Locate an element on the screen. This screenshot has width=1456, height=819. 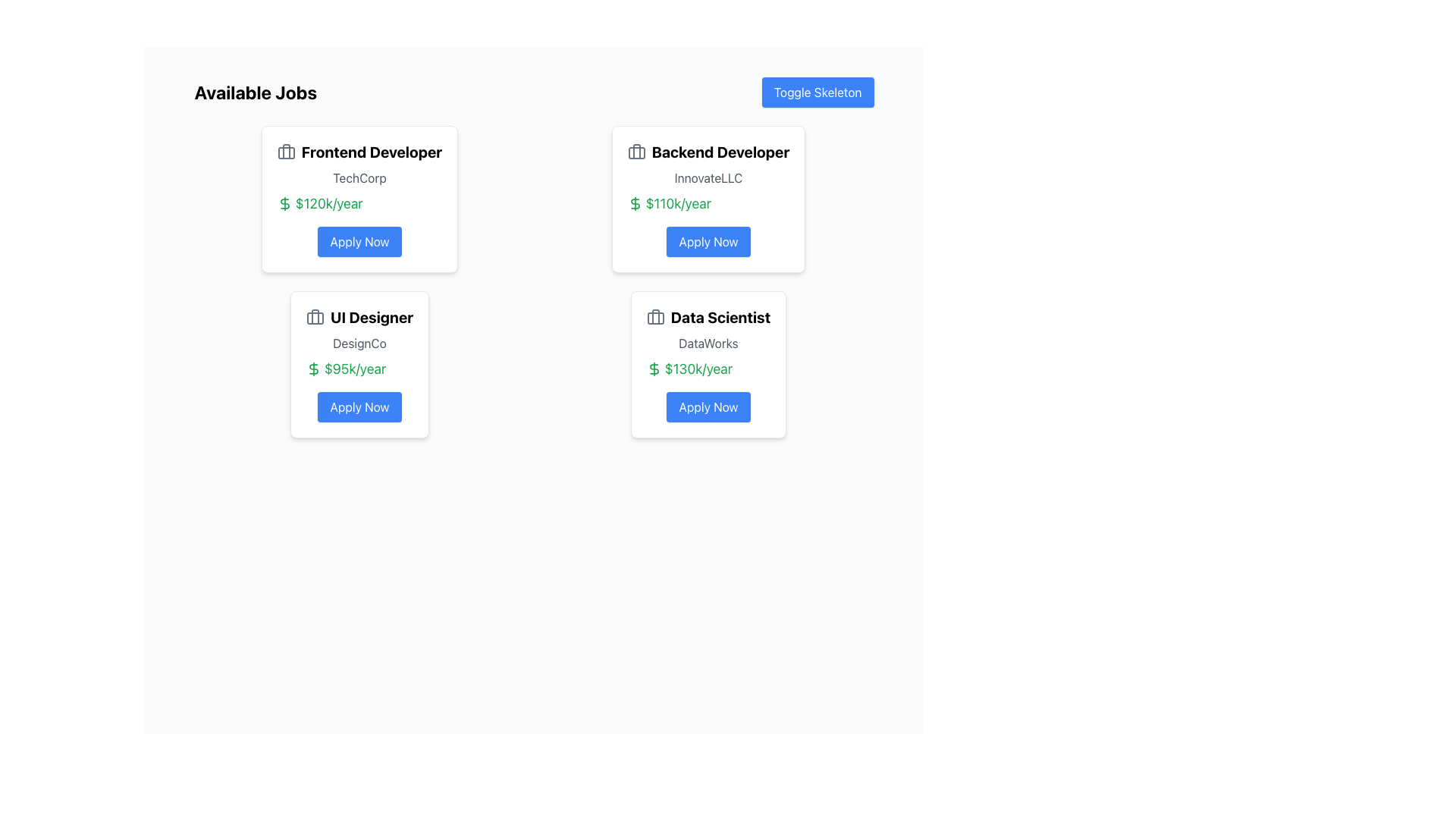
the text label displaying the company name 'InnovateLLC' located below the job title 'Backend Developer' and above the salary information '$110k/year' is located at coordinates (708, 177).